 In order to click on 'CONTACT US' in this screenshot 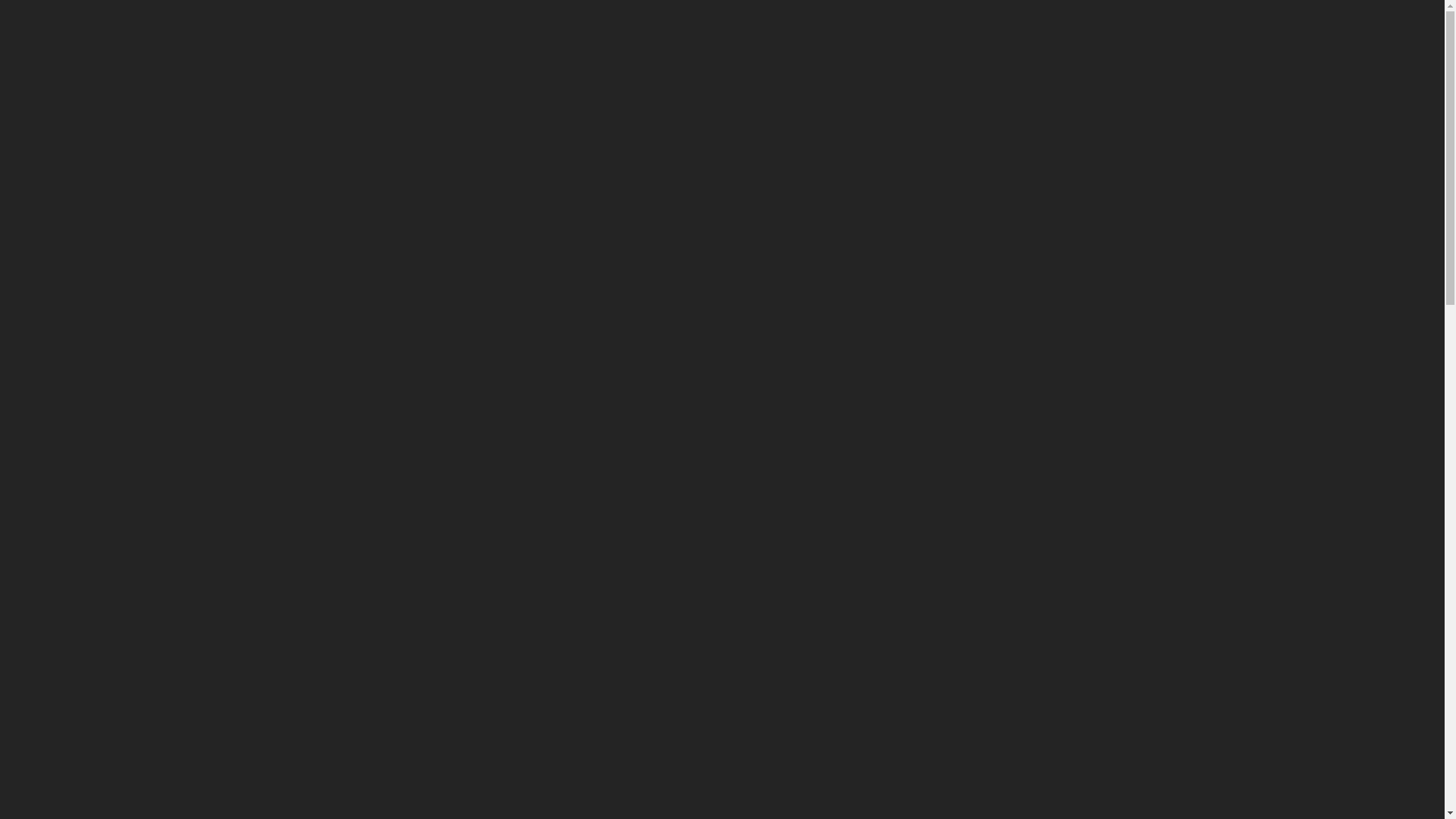, I will do `click(721, 485)`.